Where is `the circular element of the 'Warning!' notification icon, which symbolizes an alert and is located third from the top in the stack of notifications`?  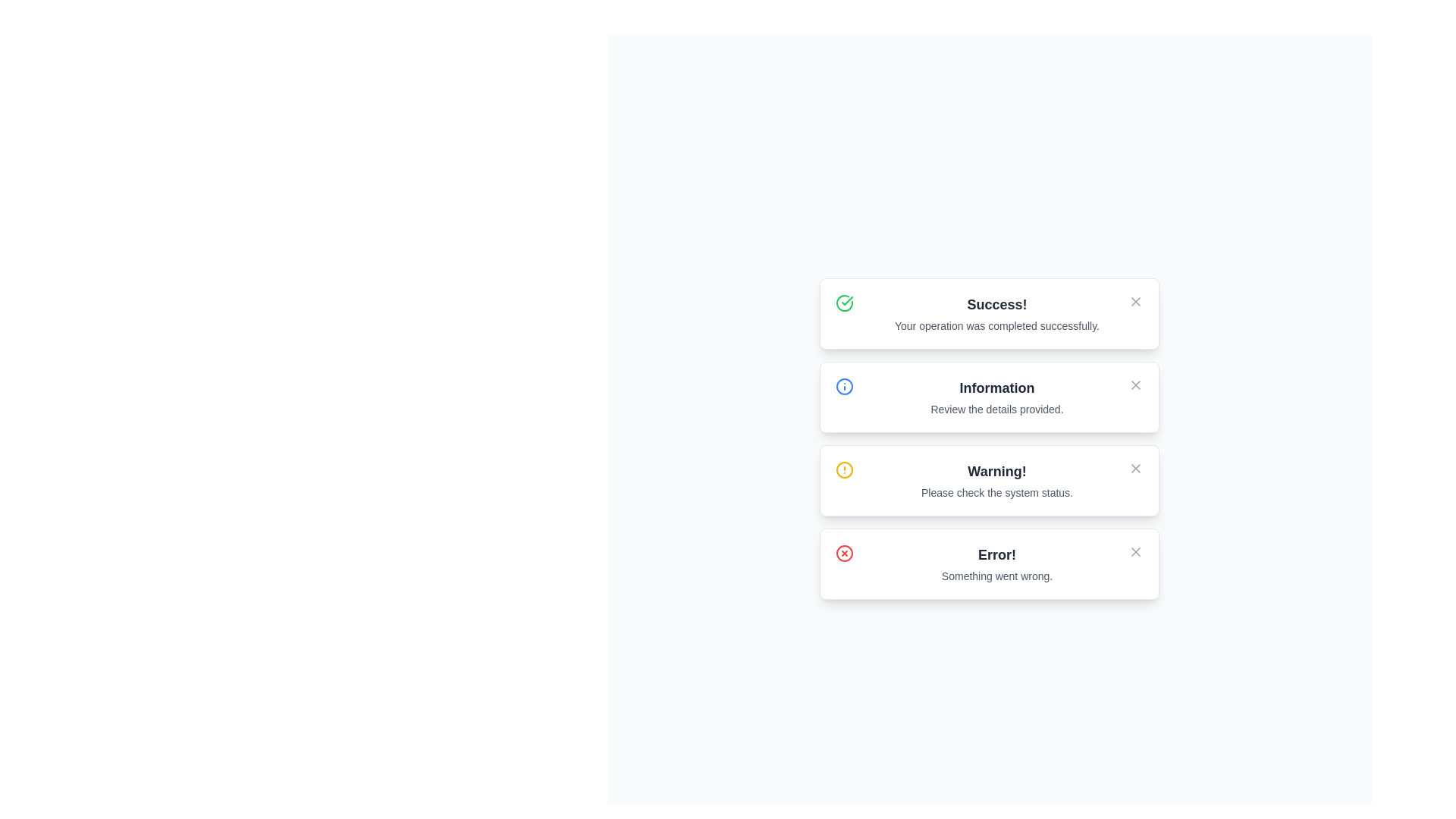
the circular element of the 'Warning!' notification icon, which symbolizes an alert and is located third from the top in the stack of notifications is located at coordinates (843, 469).